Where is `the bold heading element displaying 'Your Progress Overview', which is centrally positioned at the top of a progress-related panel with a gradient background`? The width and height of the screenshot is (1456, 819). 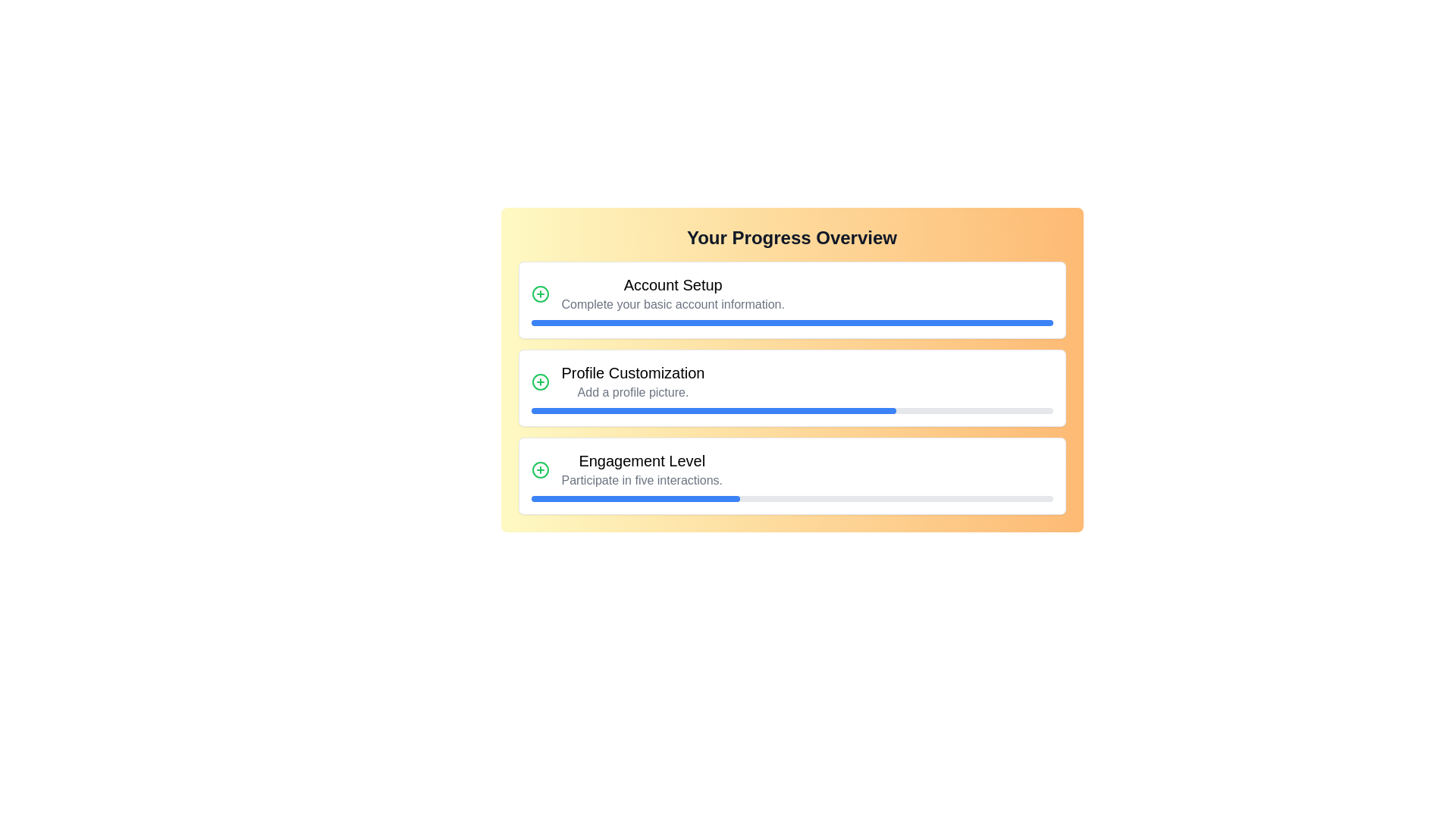
the bold heading element displaying 'Your Progress Overview', which is centrally positioned at the top of a progress-related panel with a gradient background is located at coordinates (791, 237).